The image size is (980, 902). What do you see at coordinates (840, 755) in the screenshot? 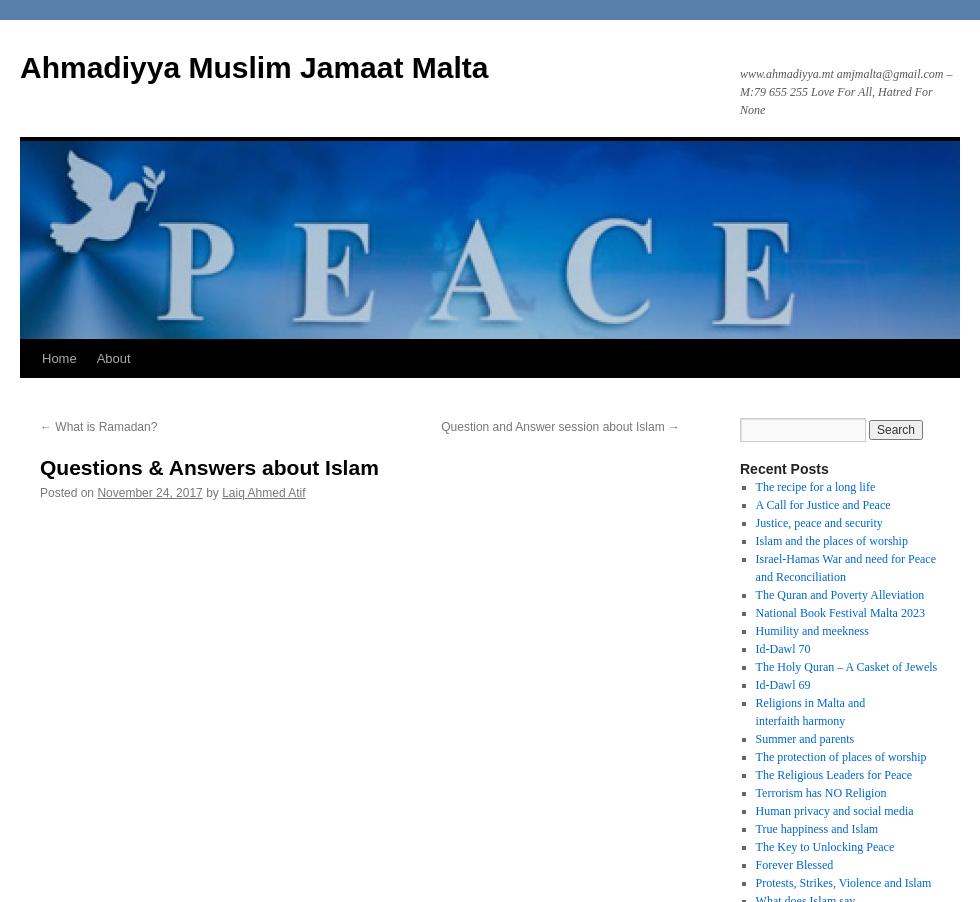
I see `'The protection of places of worship'` at bounding box center [840, 755].